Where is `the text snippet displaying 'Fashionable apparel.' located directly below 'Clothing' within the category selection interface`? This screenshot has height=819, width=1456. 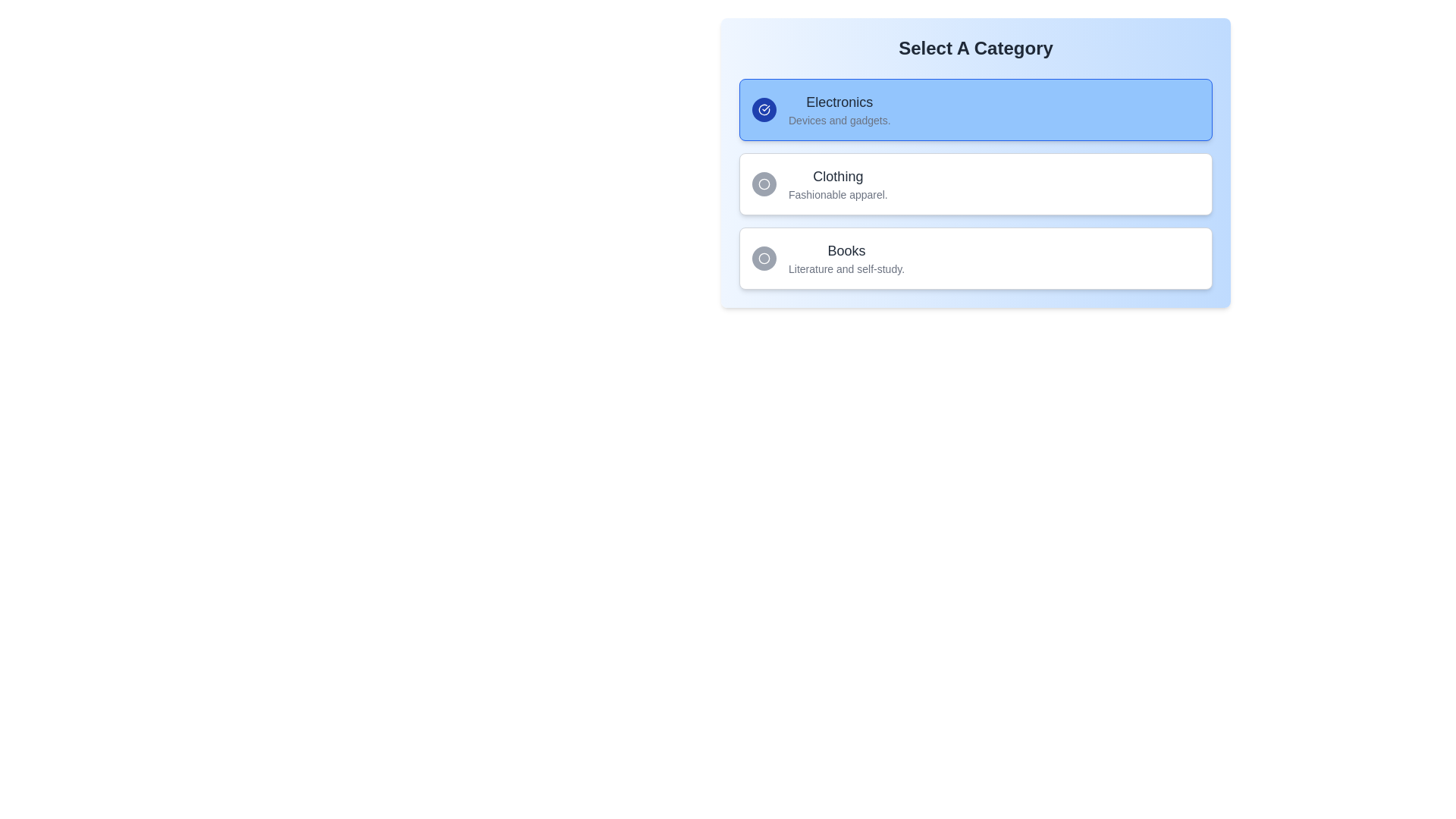
the text snippet displaying 'Fashionable apparel.' located directly below 'Clothing' within the category selection interface is located at coordinates (837, 194).